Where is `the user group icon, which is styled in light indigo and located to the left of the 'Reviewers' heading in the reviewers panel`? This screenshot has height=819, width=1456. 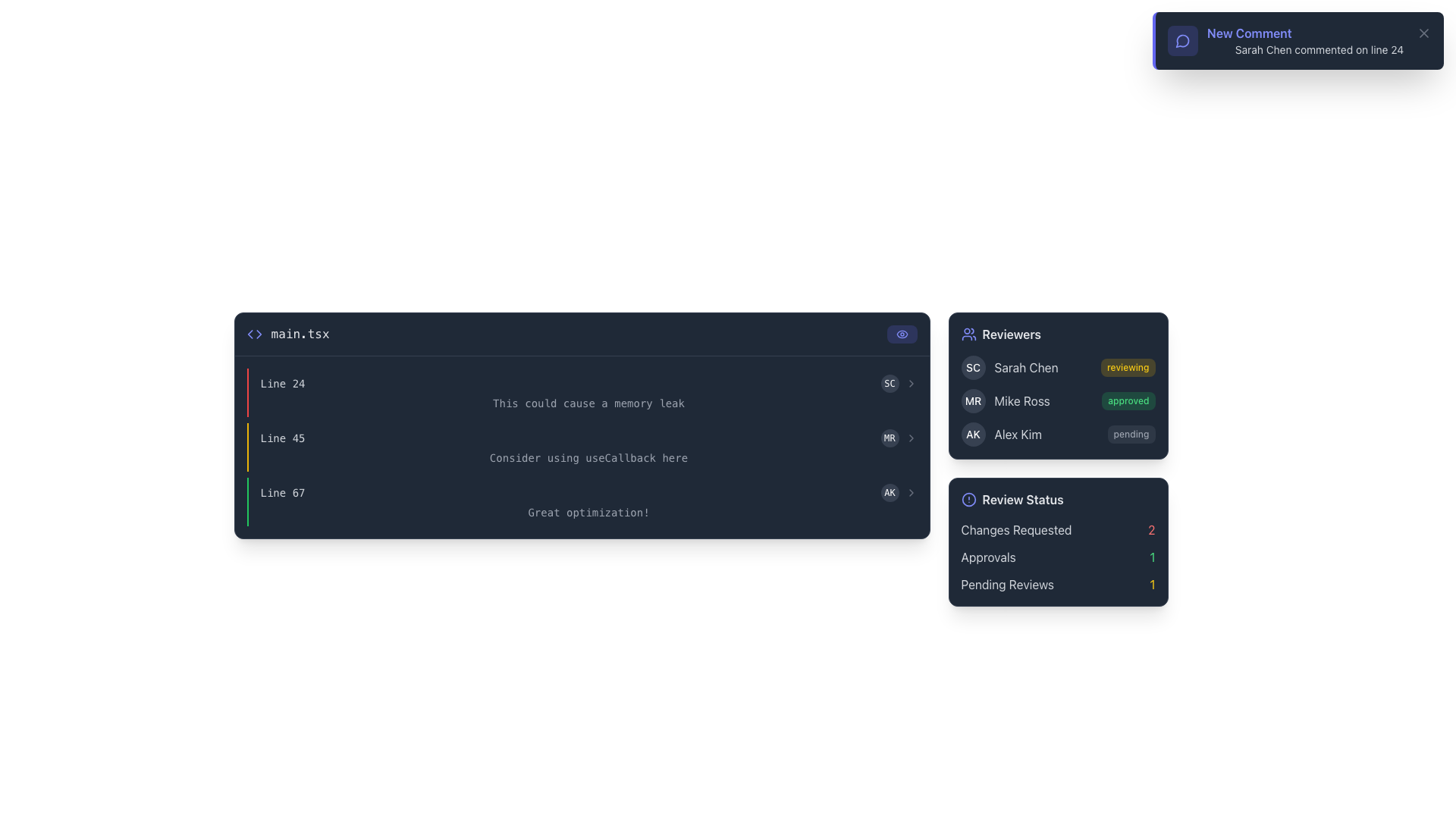 the user group icon, which is styled in light indigo and located to the left of the 'Reviewers' heading in the reviewers panel is located at coordinates (968, 333).